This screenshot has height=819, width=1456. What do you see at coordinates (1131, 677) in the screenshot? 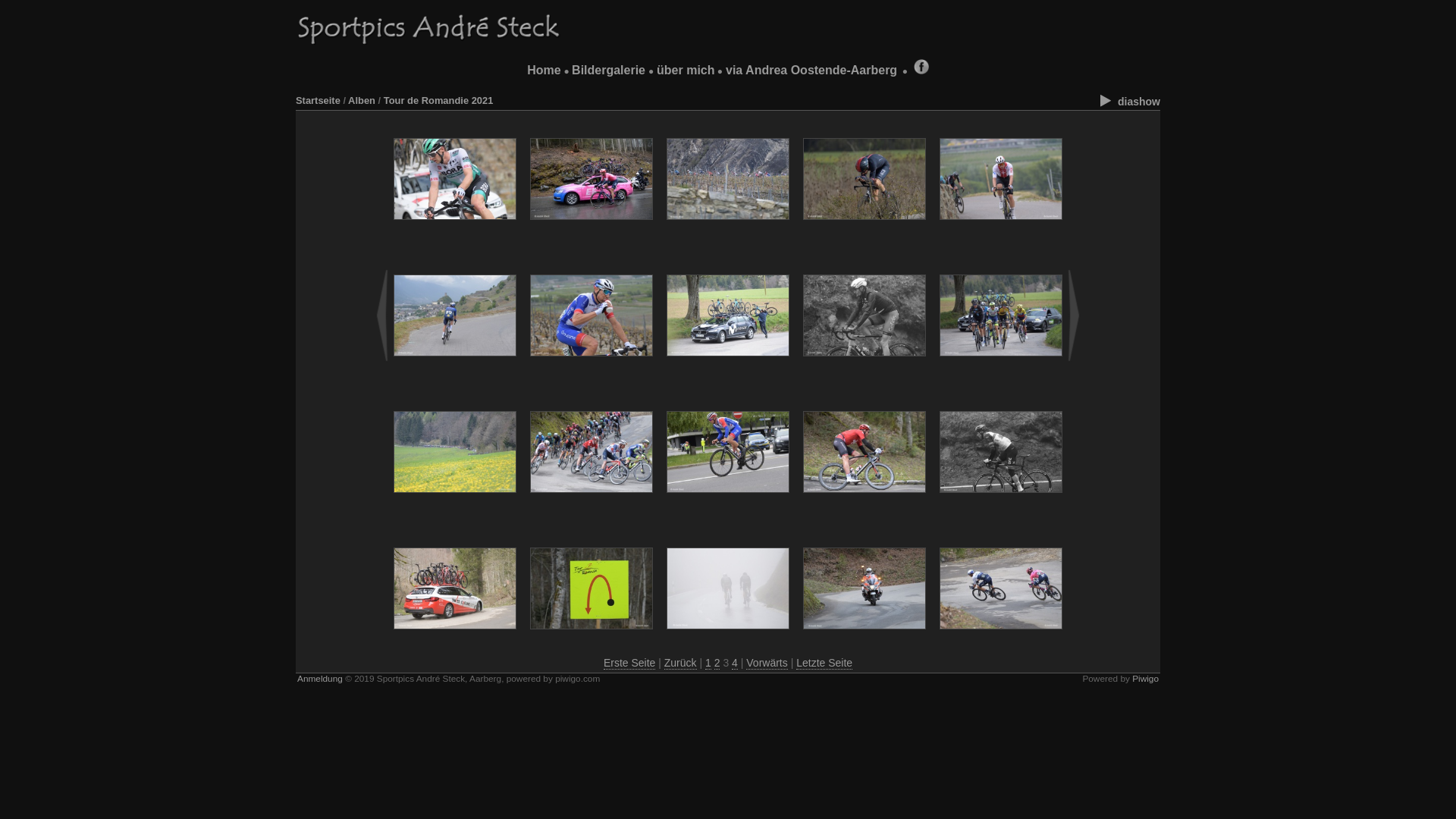
I see `'Piwigo'` at bounding box center [1131, 677].